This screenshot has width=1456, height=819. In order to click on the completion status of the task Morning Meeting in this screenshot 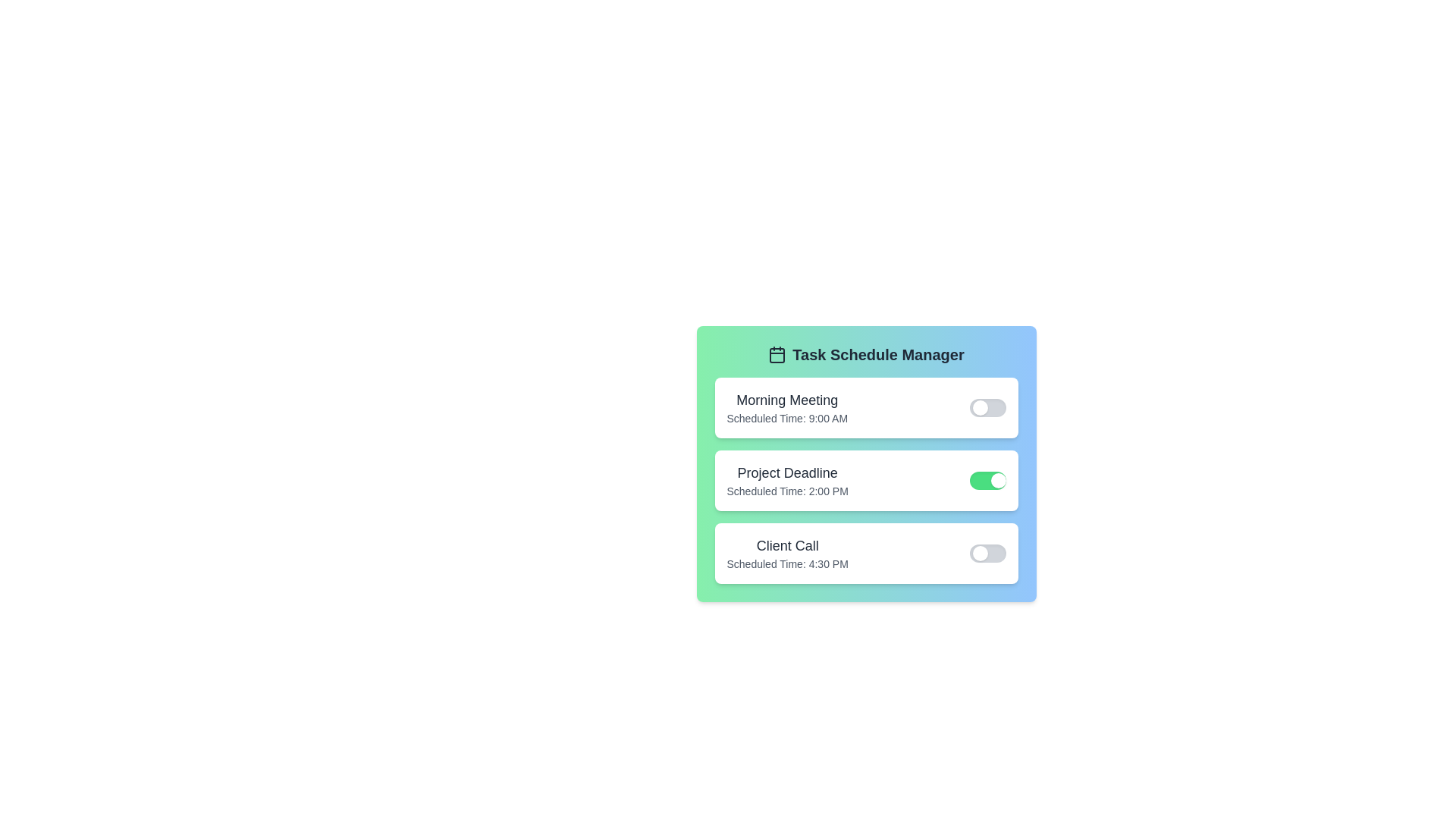, I will do `click(987, 406)`.